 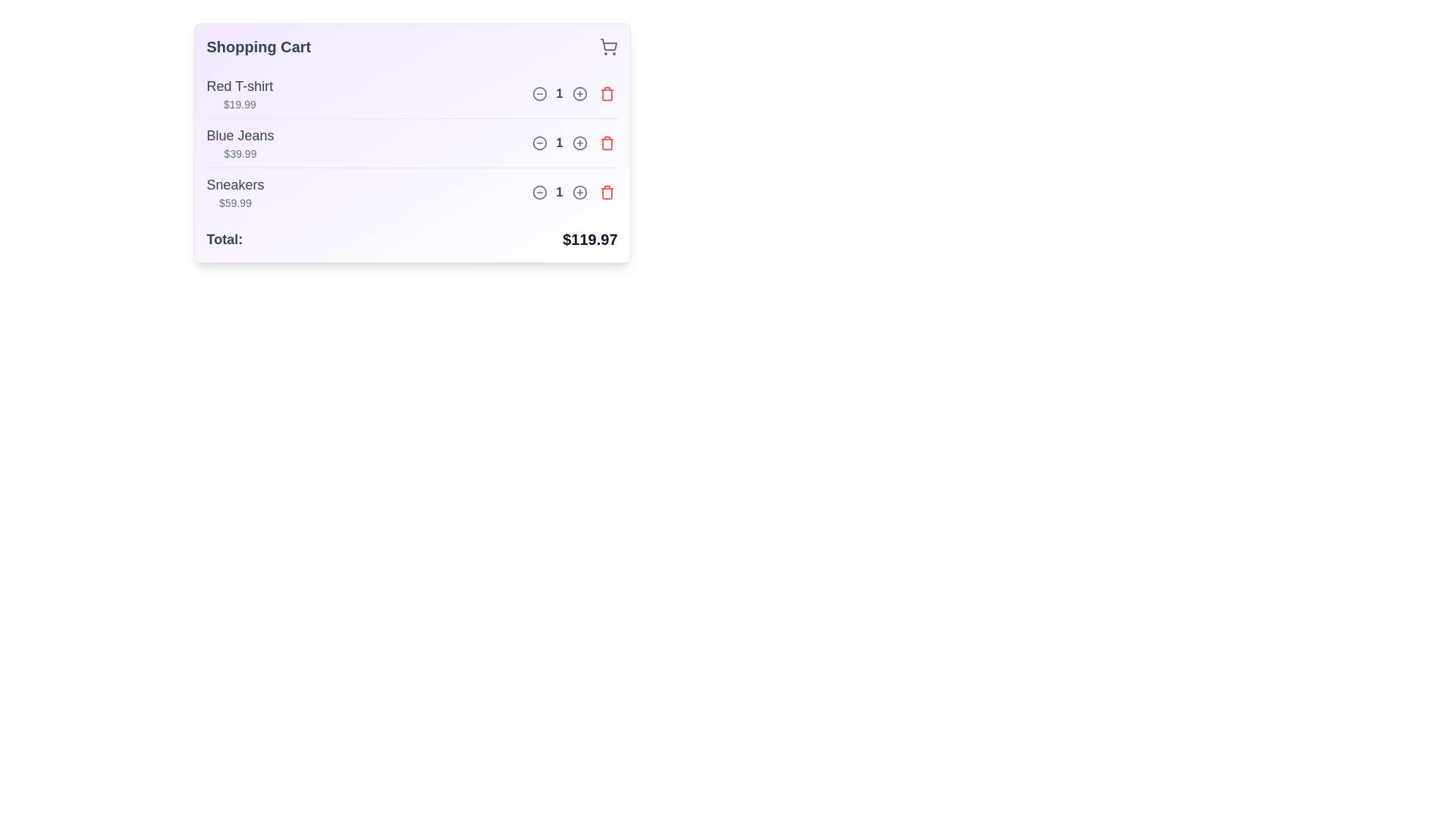 What do you see at coordinates (239, 86) in the screenshot?
I see `the text label displaying 'Red T-shirt' in bold gray font, located in the upper-left corner of the shopping cart interface` at bounding box center [239, 86].